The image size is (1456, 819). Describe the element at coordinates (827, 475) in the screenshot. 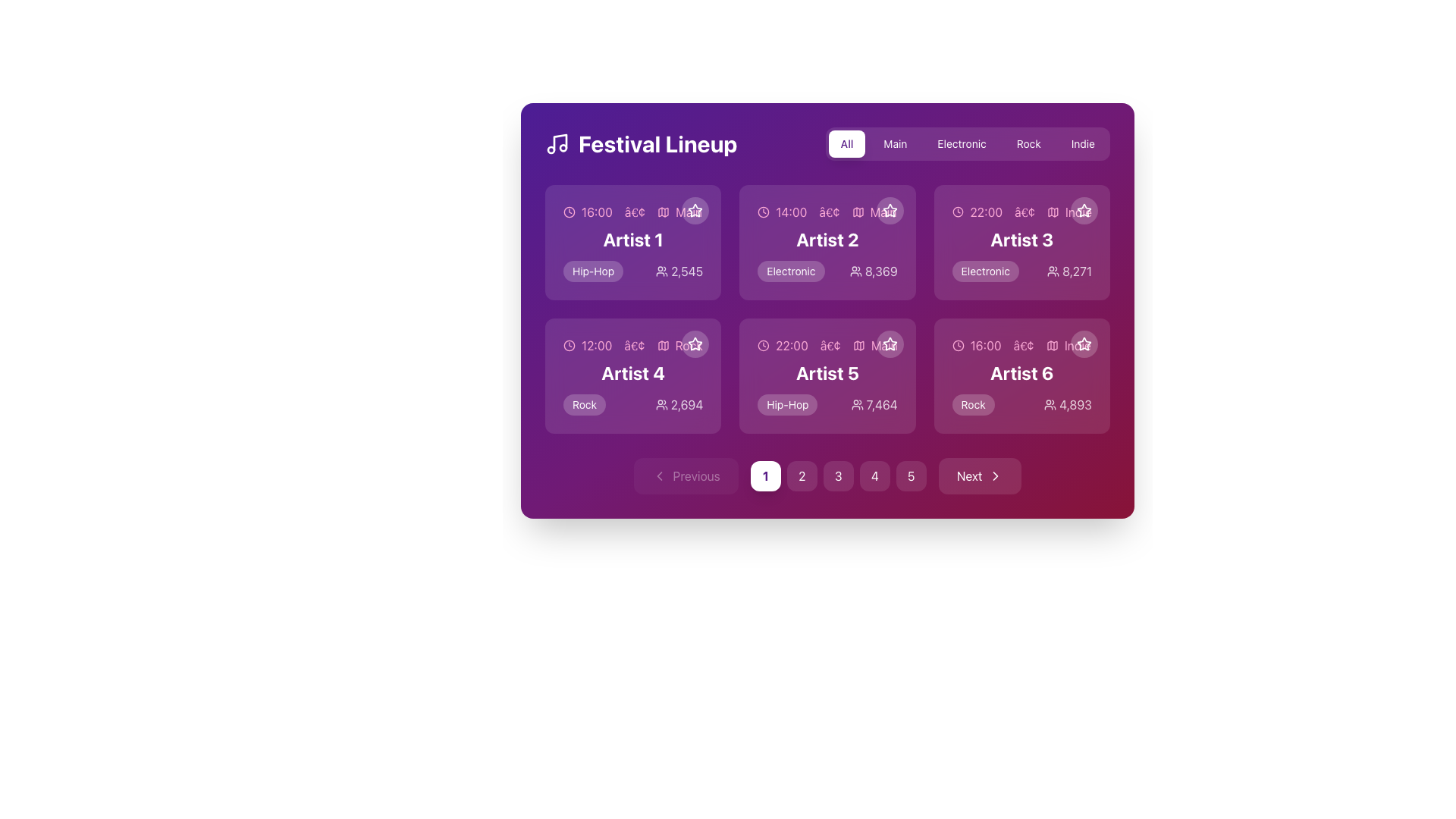

I see `the circular button labeled '3' in the pagination control` at that location.